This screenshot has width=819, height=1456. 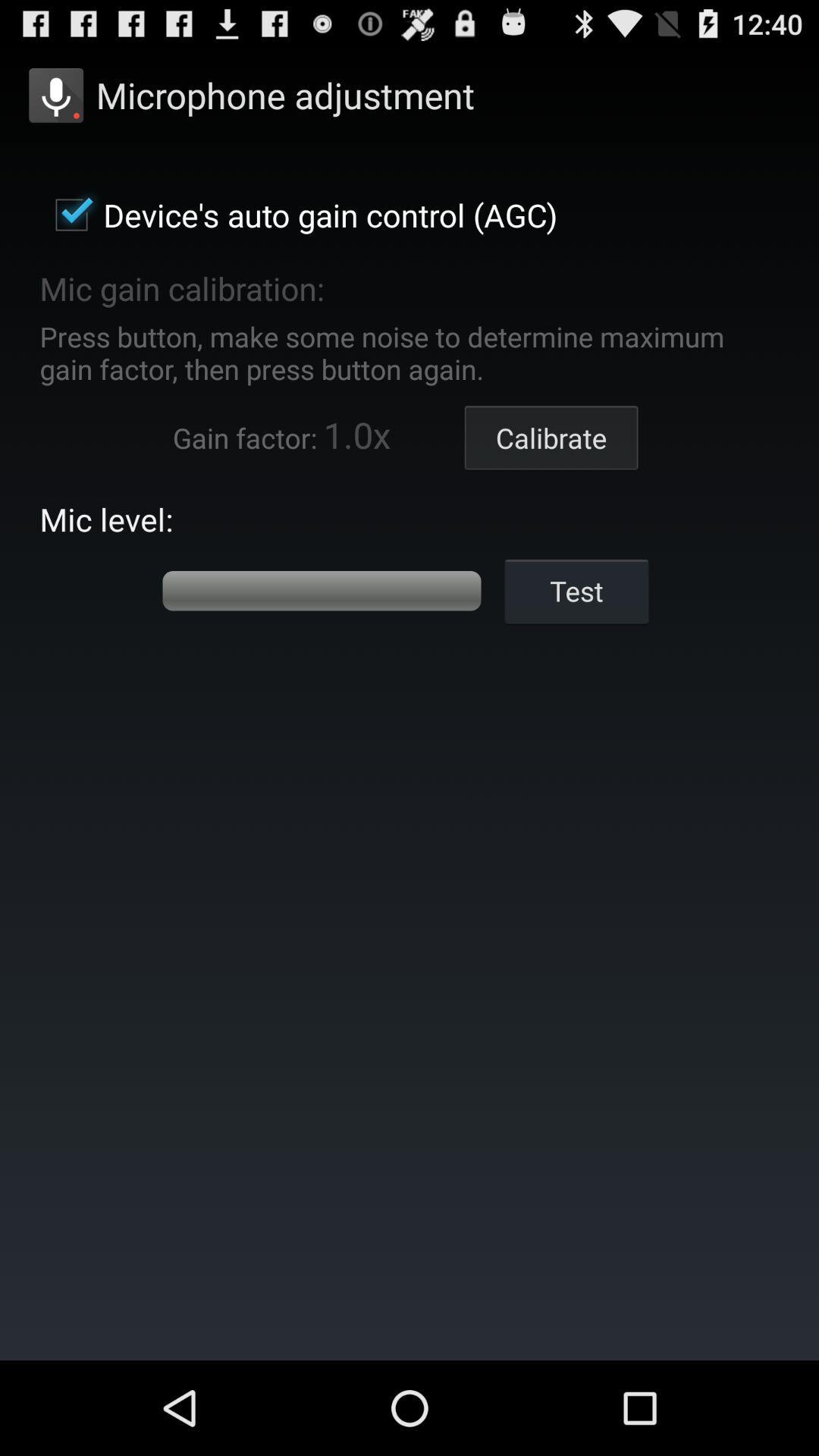 I want to click on icon to the right of the 1.0x app, so click(x=551, y=437).